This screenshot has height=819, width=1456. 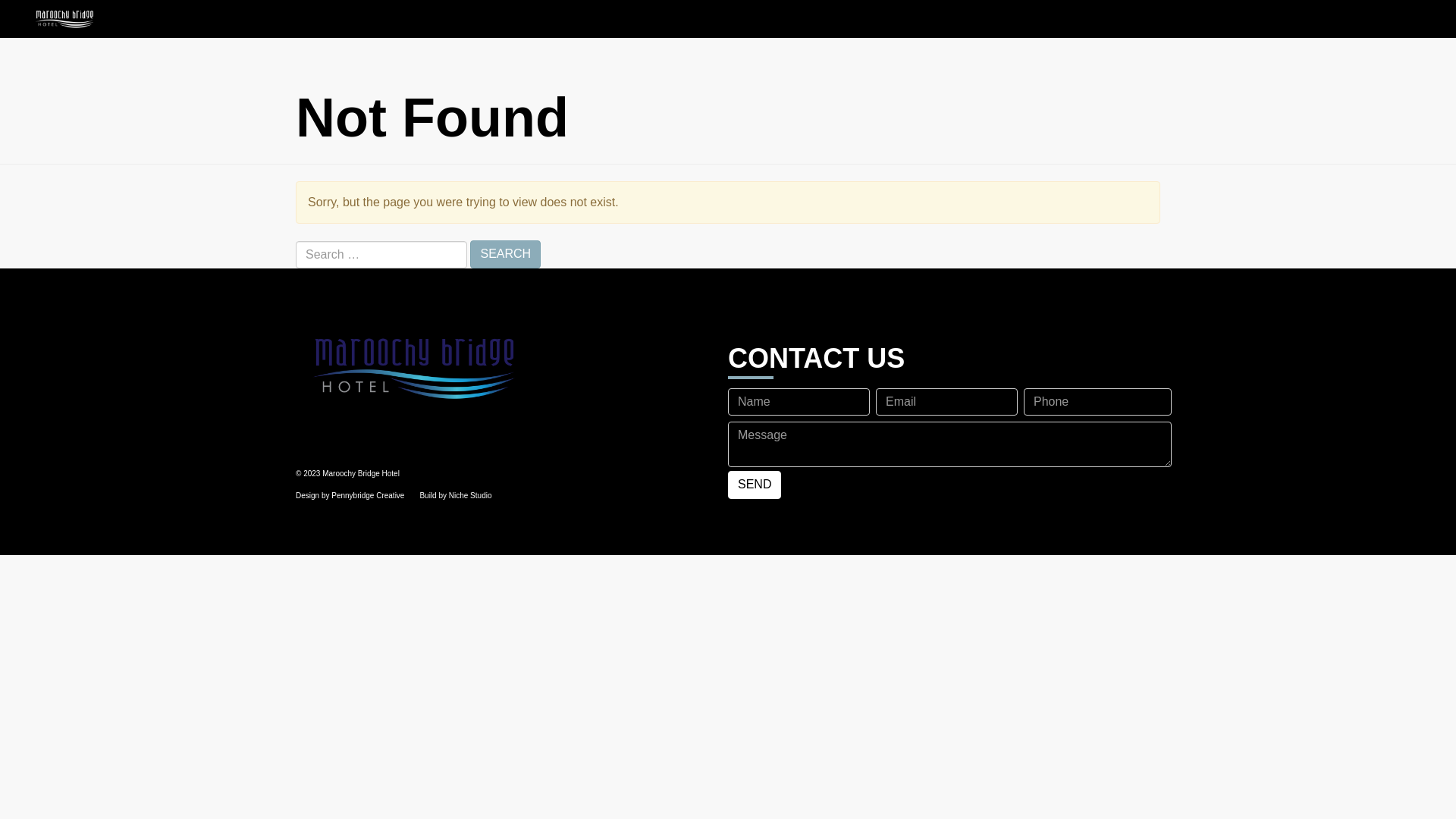 What do you see at coordinates (0, 18) in the screenshot?
I see `'Maroochy Bridge Hotel'` at bounding box center [0, 18].